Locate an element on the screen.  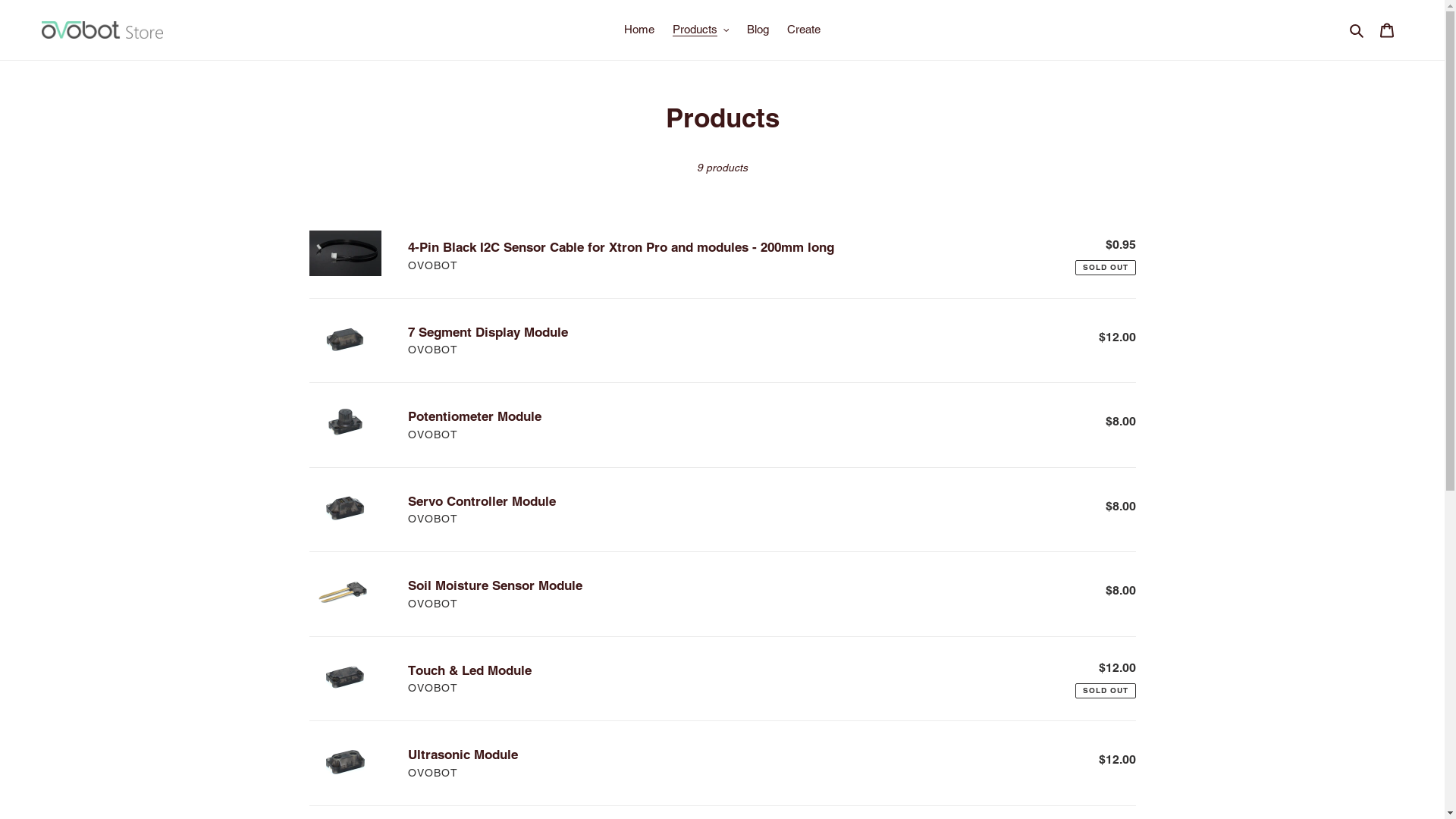
'Search' is located at coordinates (1357, 30).